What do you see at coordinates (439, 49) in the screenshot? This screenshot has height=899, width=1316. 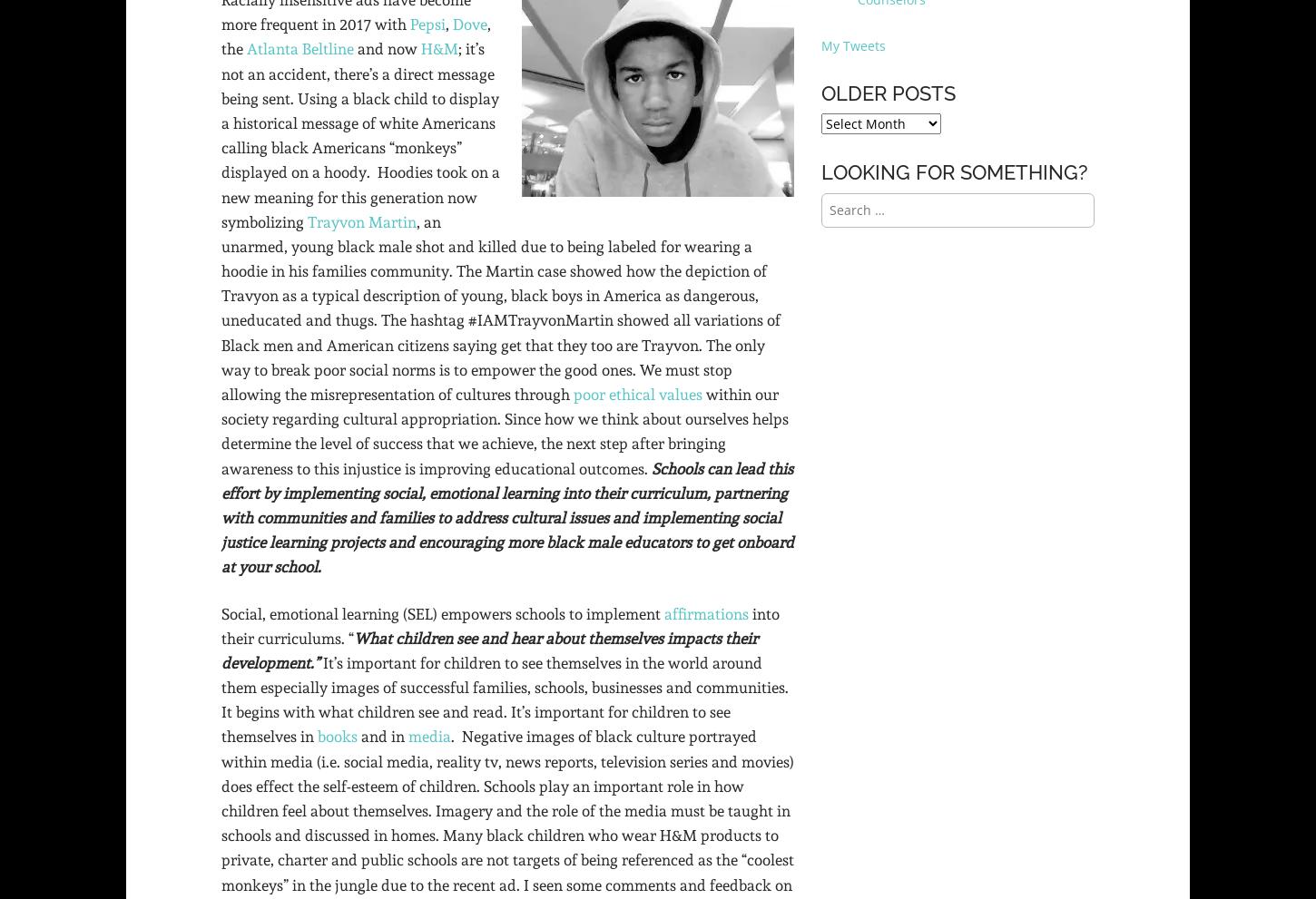 I see `'H&M'` at bounding box center [439, 49].